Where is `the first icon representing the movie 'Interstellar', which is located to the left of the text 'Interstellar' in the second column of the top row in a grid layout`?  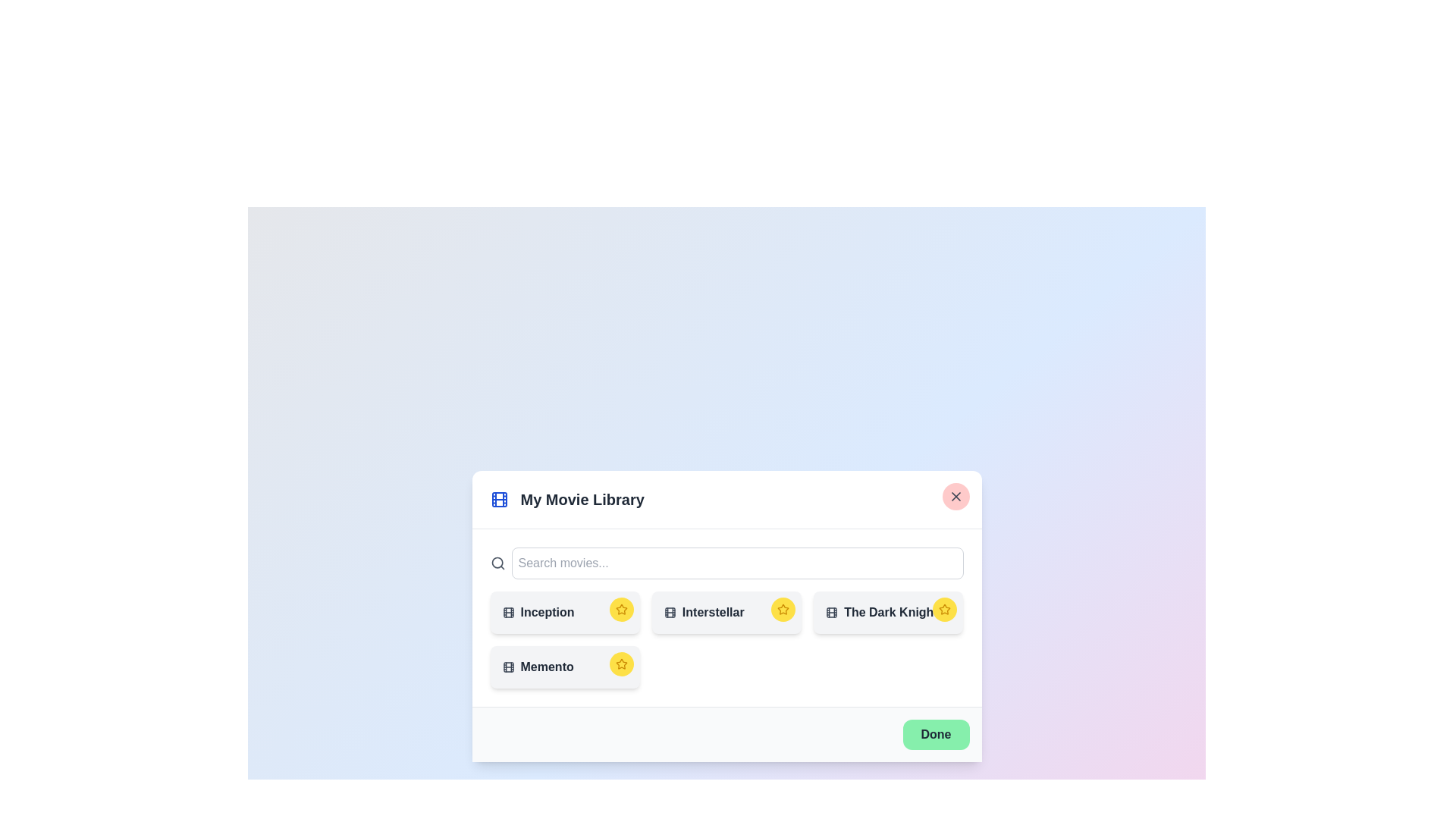 the first icon representing the movie 'Interstellar', which is located to the left of the text 'Interstellar' in the second column of the top row in a grid layout is located at coordinates (669, 611).